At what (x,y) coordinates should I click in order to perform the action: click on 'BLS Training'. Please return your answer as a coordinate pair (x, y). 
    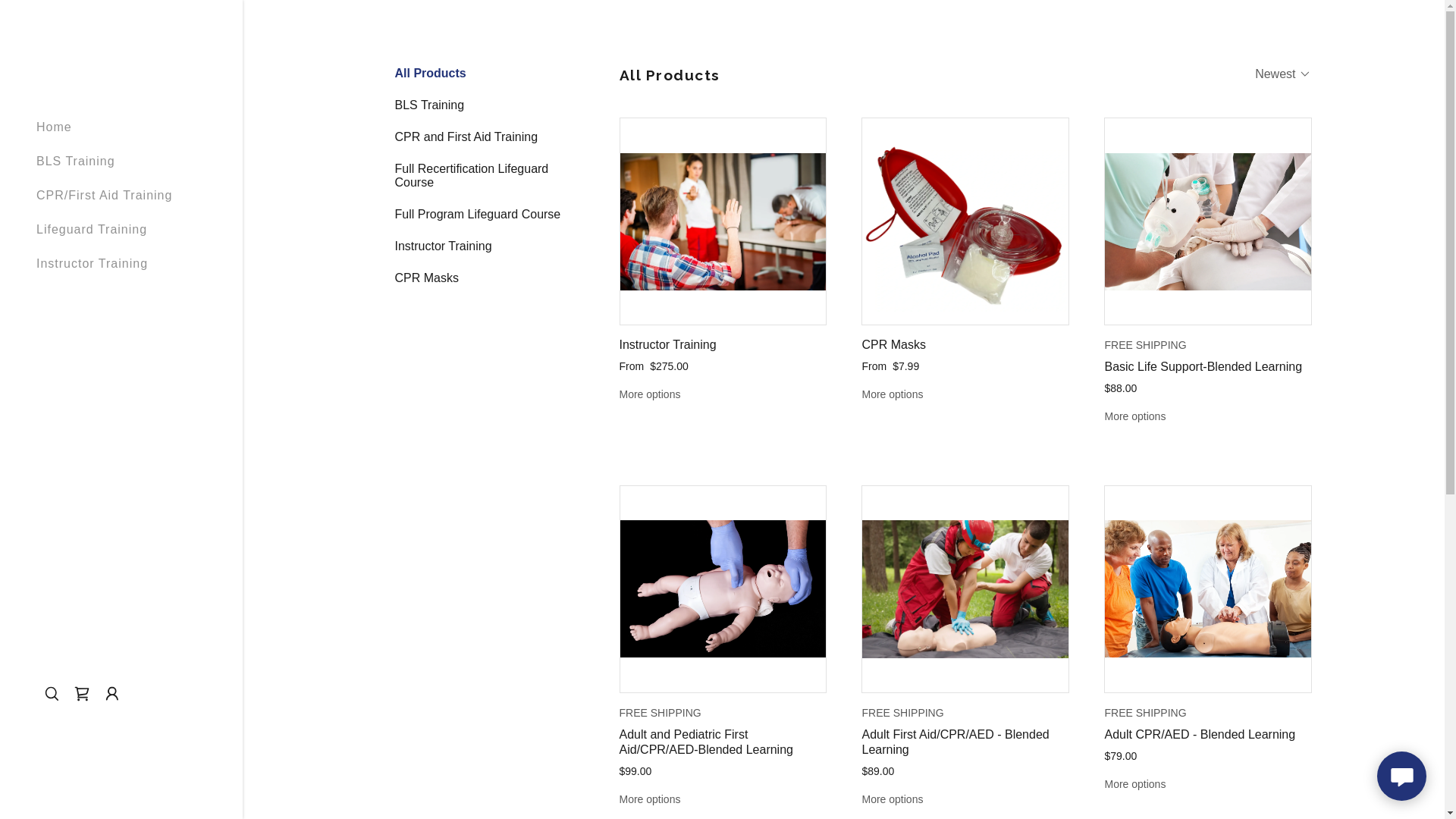
    Looking at the image, I should click on (394, 104).